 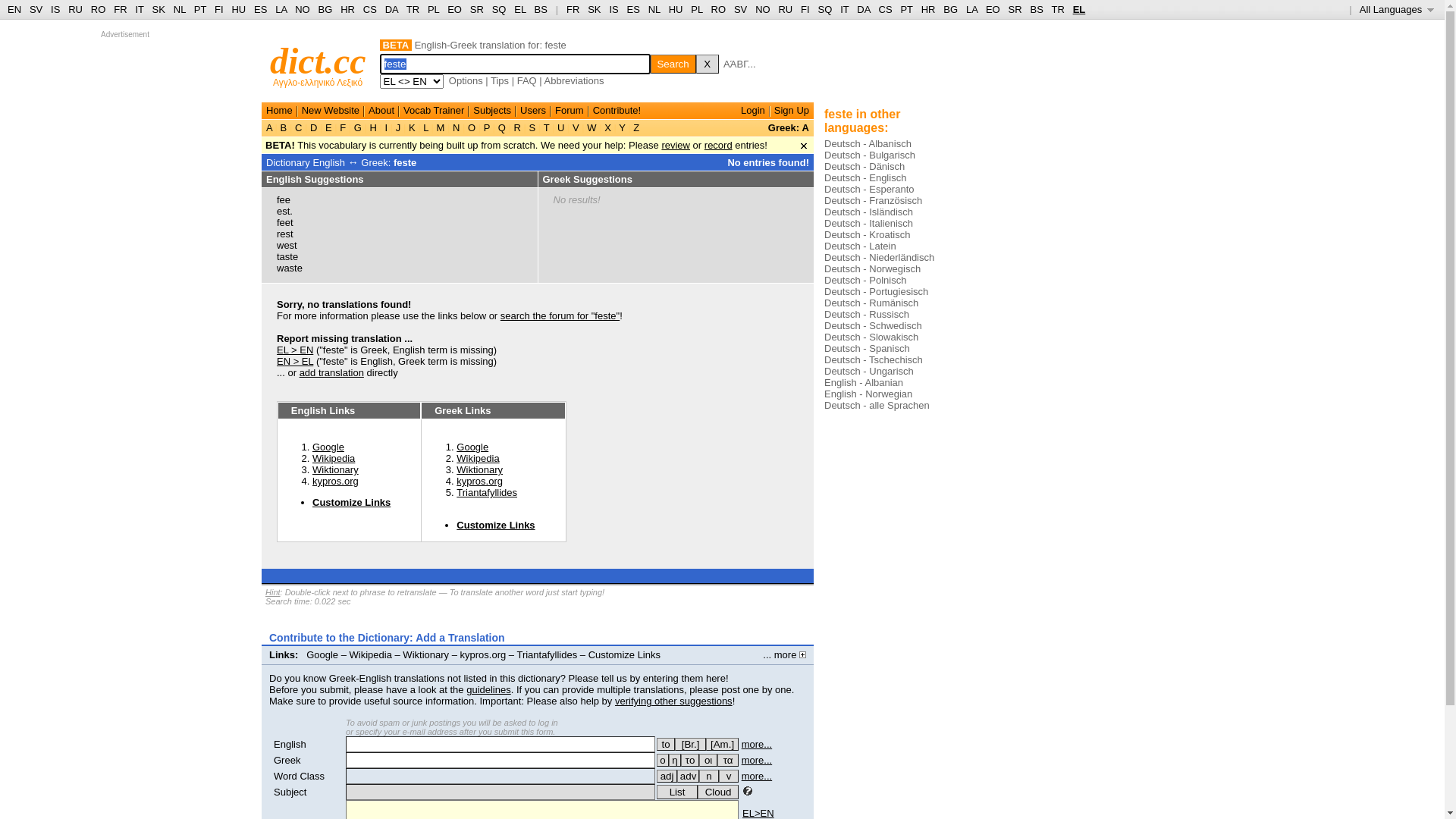 What do you see at coordinates (1078, 9) in the screenshot?
I see `'EL'` at bounding box center [1078, 9].